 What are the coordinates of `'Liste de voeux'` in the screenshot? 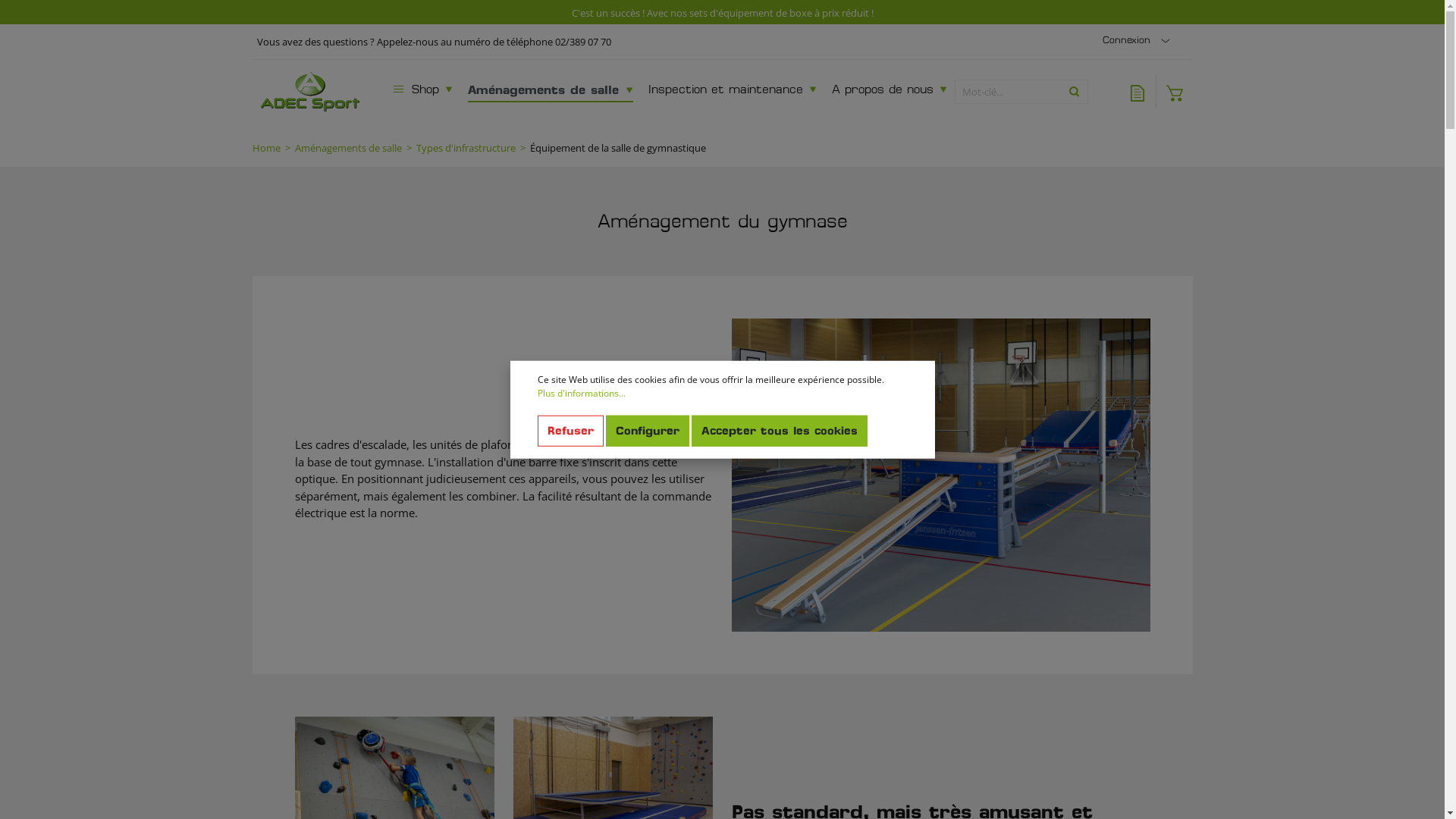 It's located at (1137, 91).